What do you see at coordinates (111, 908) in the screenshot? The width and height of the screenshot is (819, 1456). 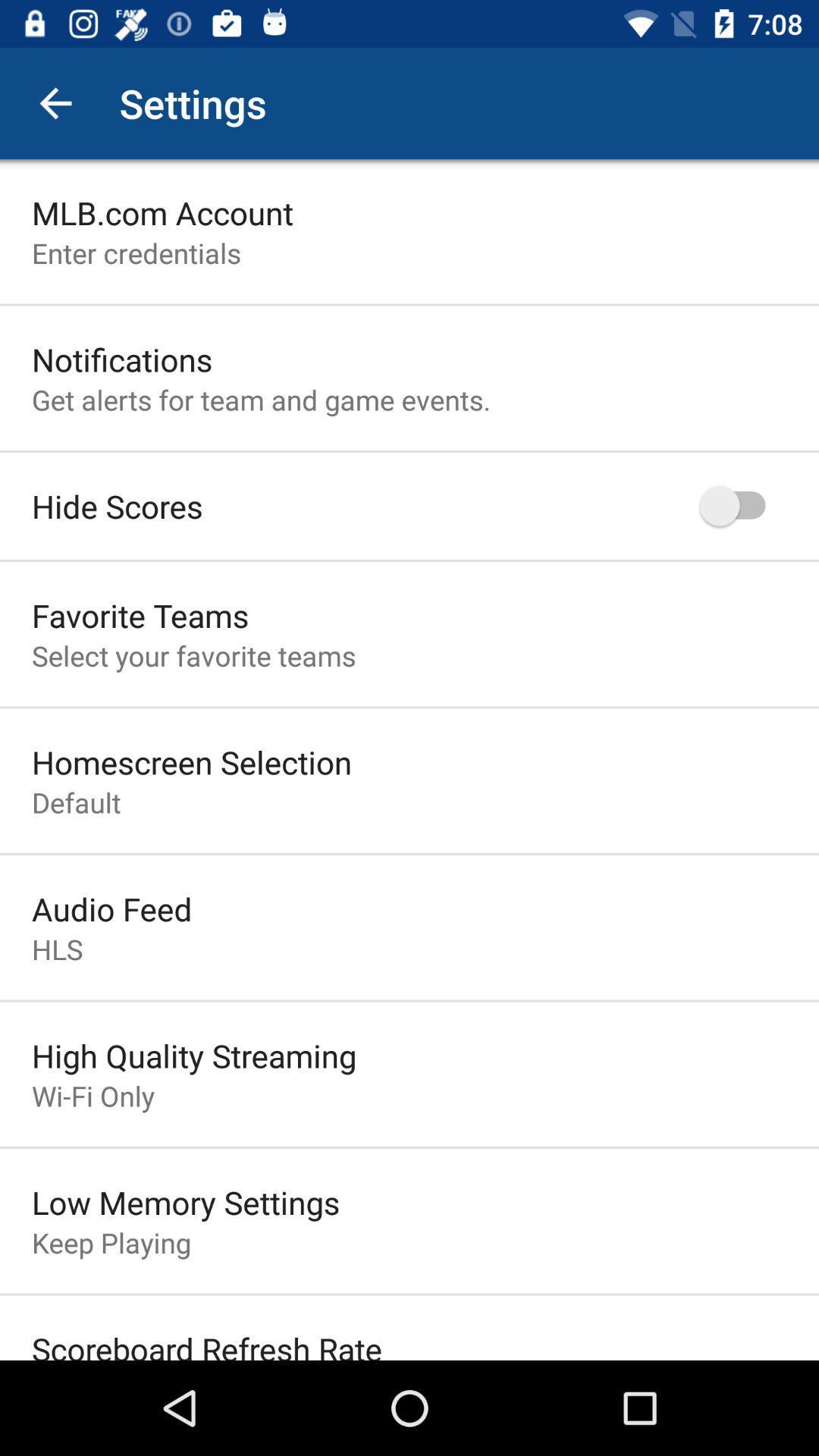 I see `item below default icon` at bounding box center [111, 908].